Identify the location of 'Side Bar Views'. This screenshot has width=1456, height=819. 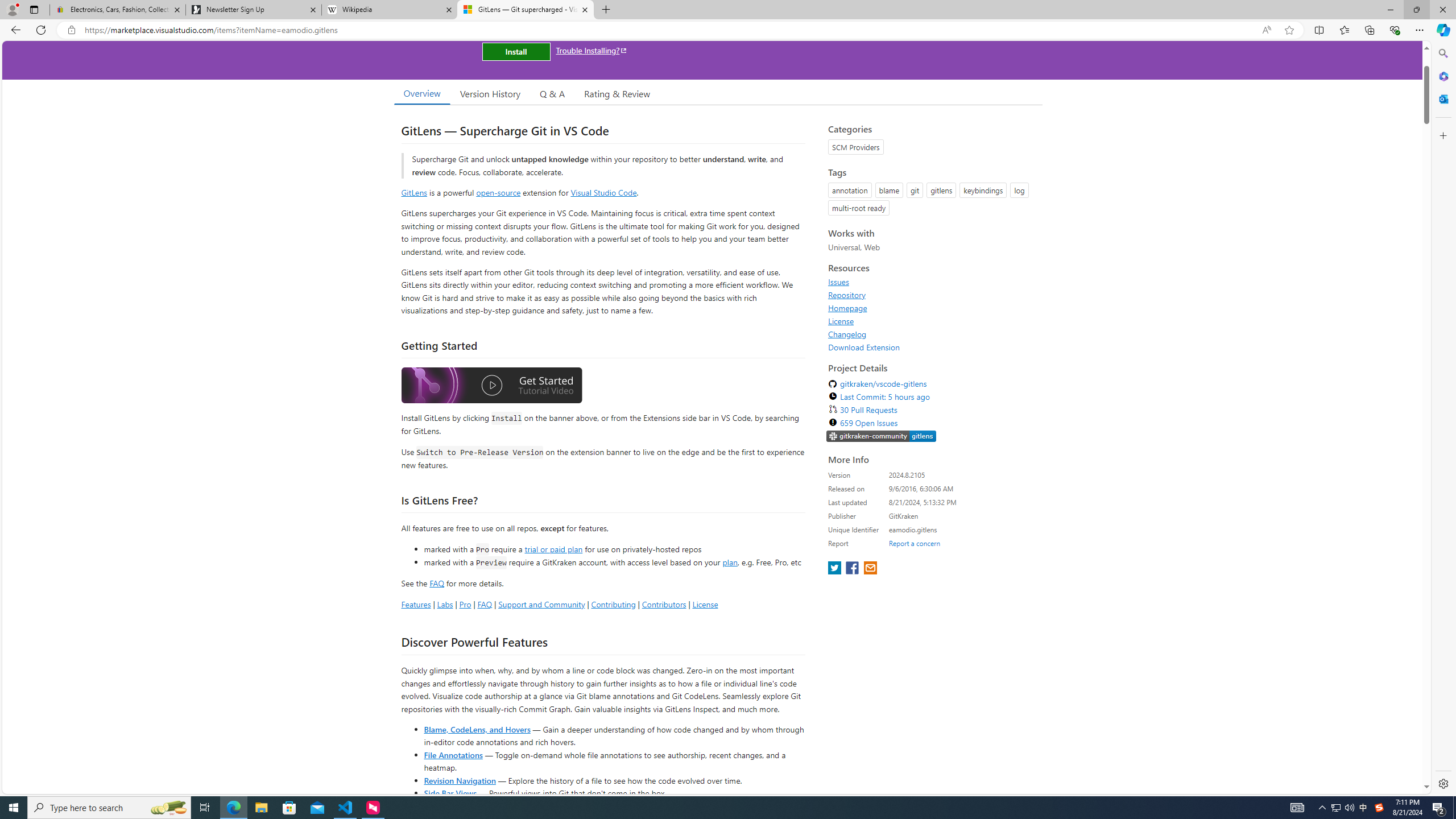
(449, 792).